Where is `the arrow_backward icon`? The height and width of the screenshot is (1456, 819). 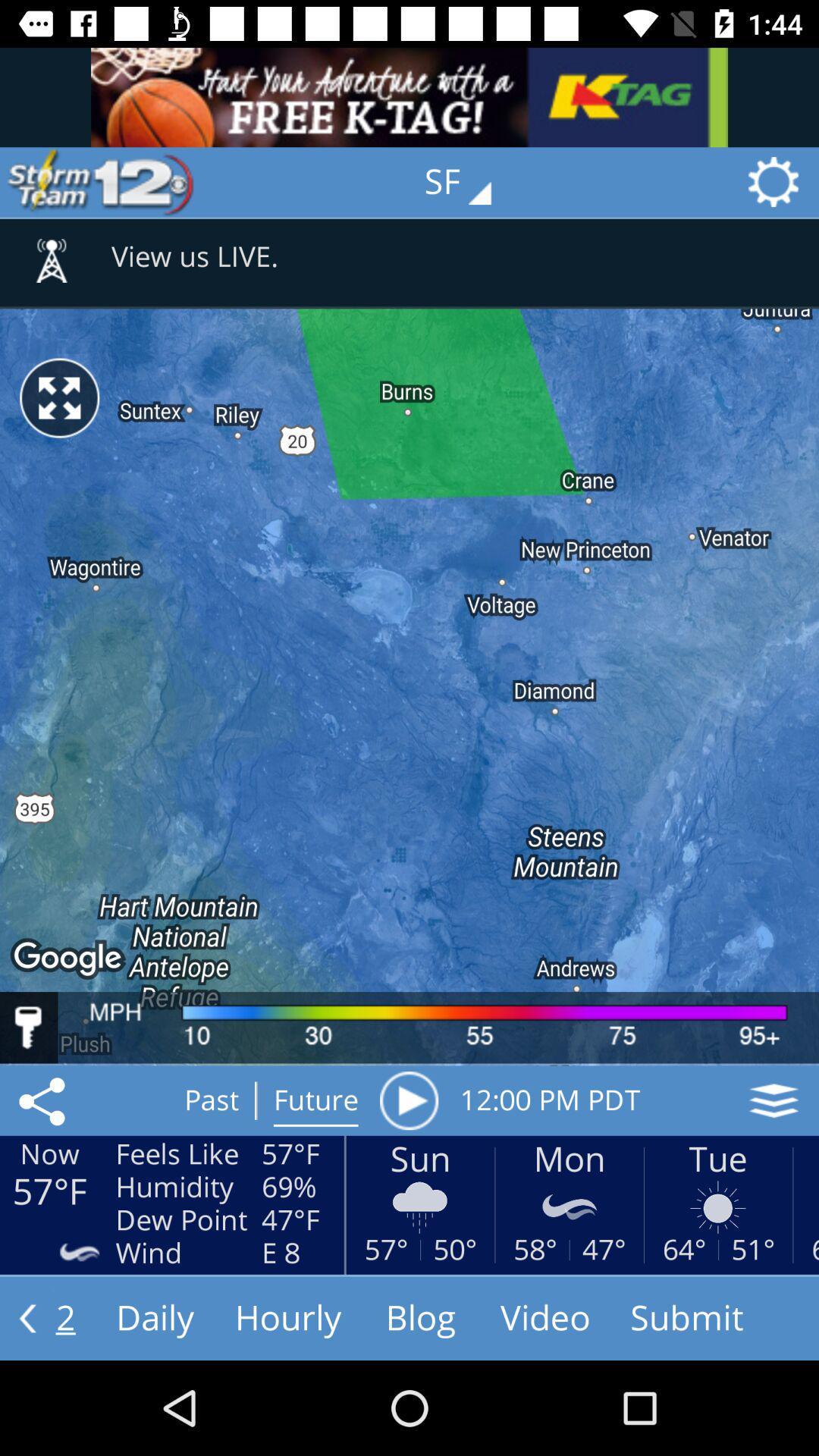
the arrow_backward icon is located at coordinates (27, 1317).